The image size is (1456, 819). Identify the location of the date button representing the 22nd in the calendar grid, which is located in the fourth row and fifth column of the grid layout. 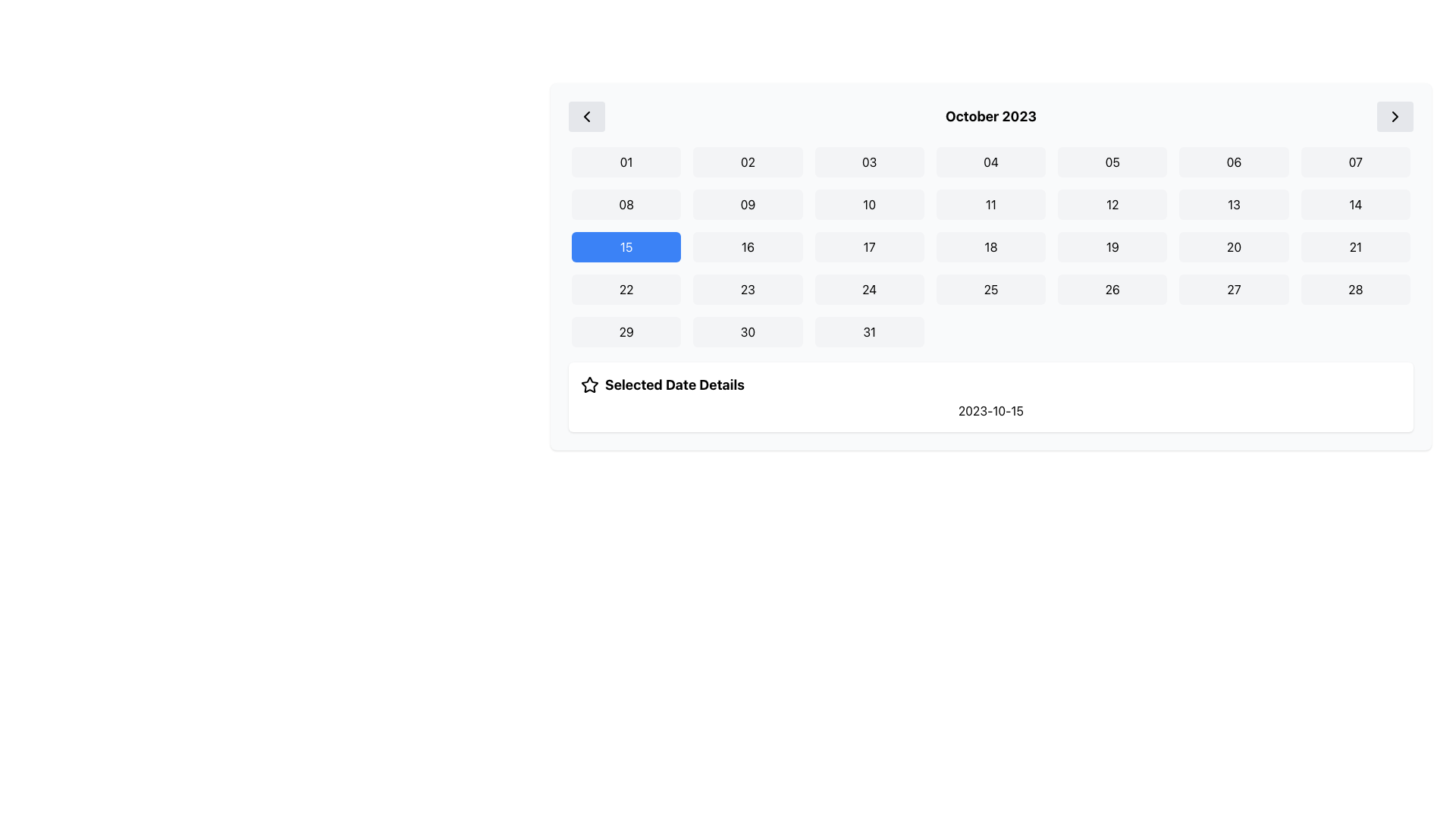
(626, 289).